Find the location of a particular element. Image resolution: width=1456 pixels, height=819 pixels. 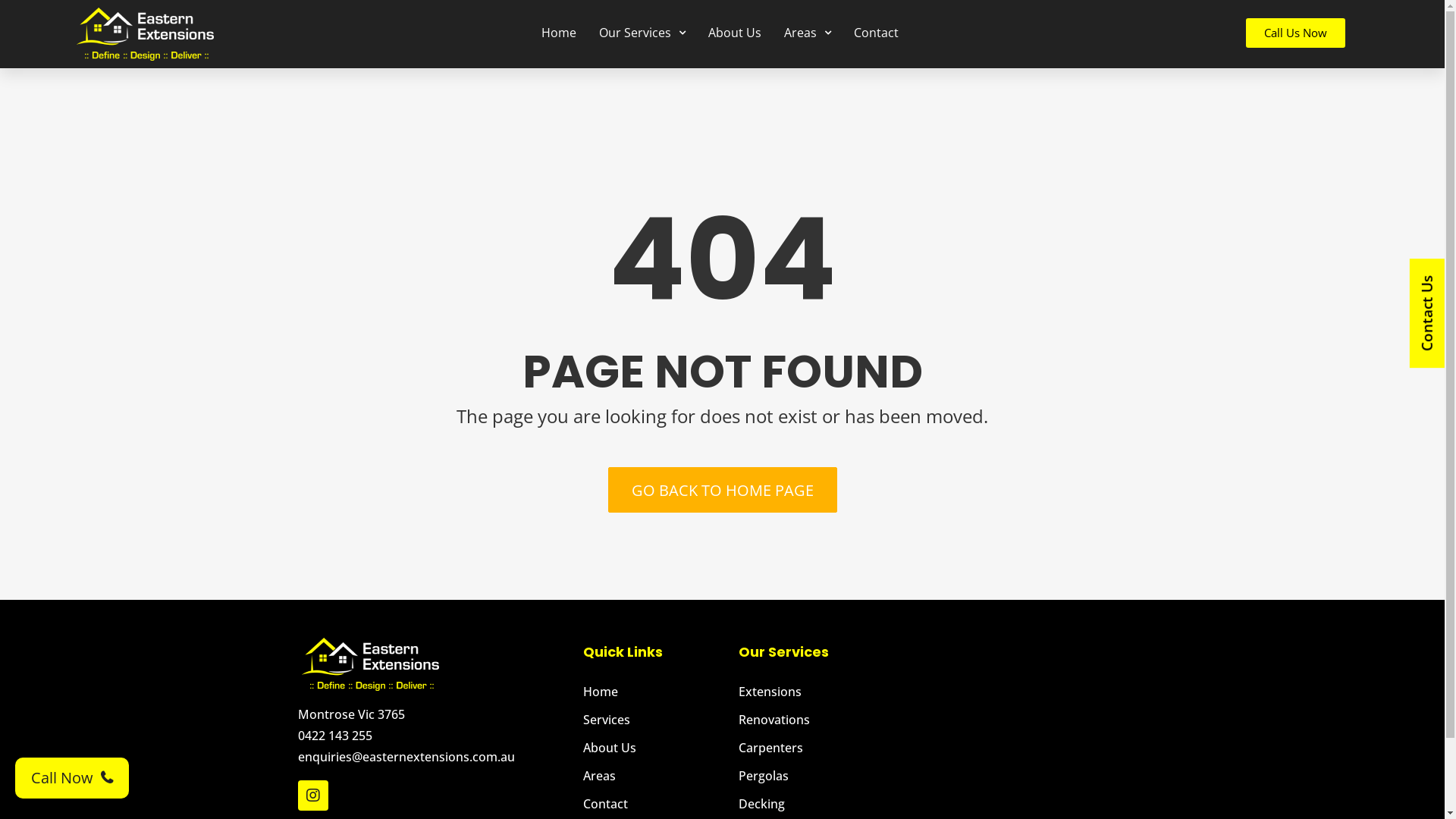

'Call Now  ' is located at coordinates (14, 778).